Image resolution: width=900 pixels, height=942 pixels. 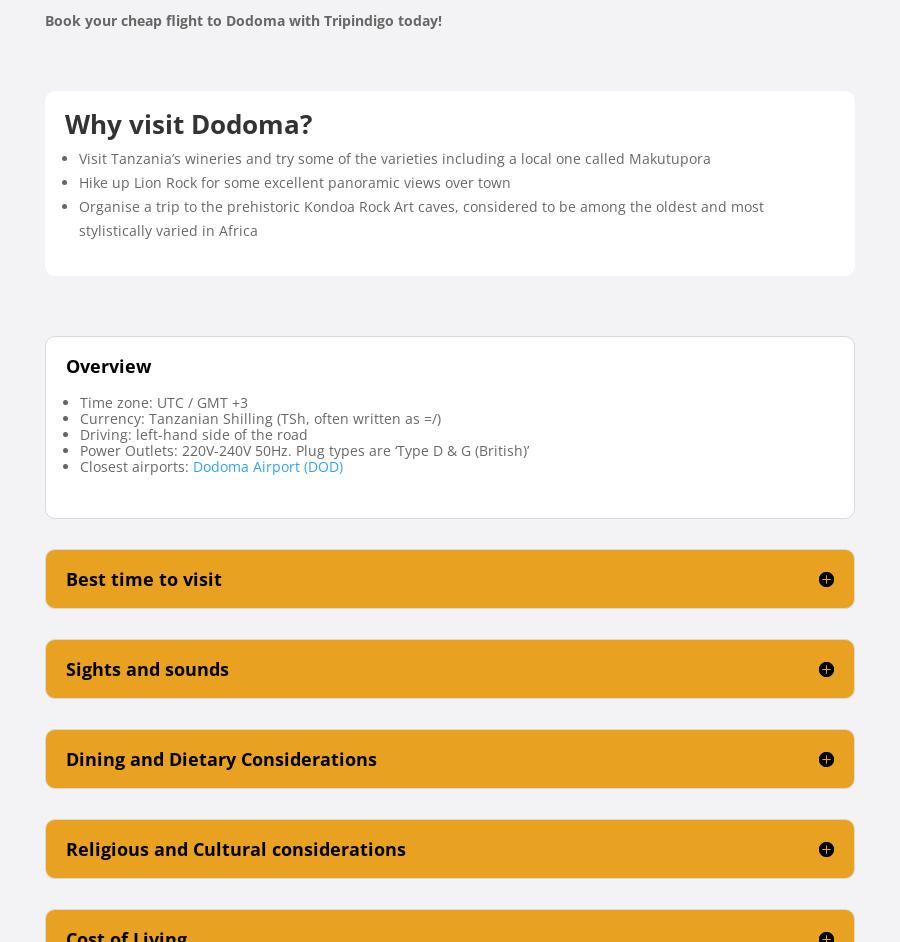 What do you see at coordinates (78, 180) in the screenshot?
I see `'Hike up Lion Rock for some excellent panoramic views over town'` at bounding box center [78, 180].